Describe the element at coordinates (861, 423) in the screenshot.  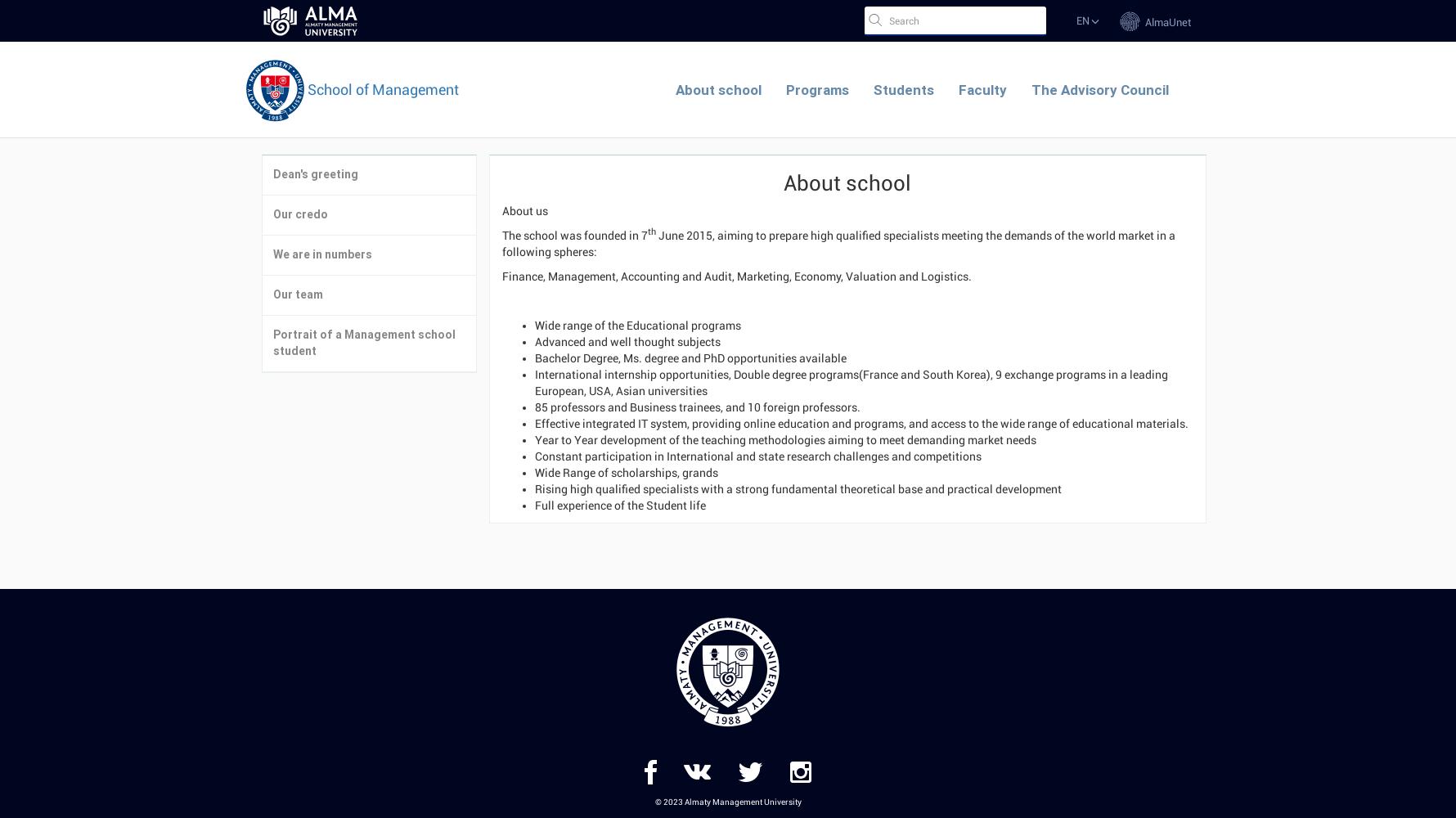
I see `'Effective integrated IT system, providing online education and programs, and access to the wide range of educational materials.'` at that location.